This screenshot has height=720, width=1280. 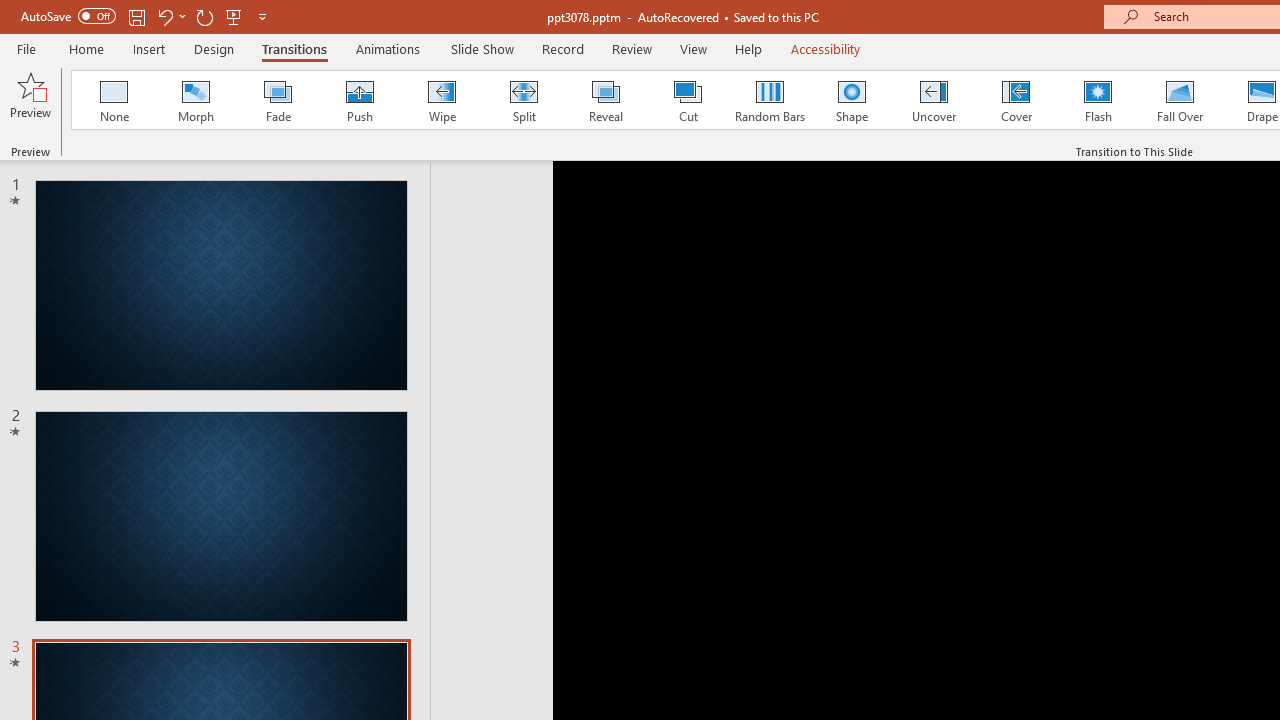 What do you see at coordinates (1016, 100) in the screenshot?
I see `'Cover'` at bounding box center [1016, 100].